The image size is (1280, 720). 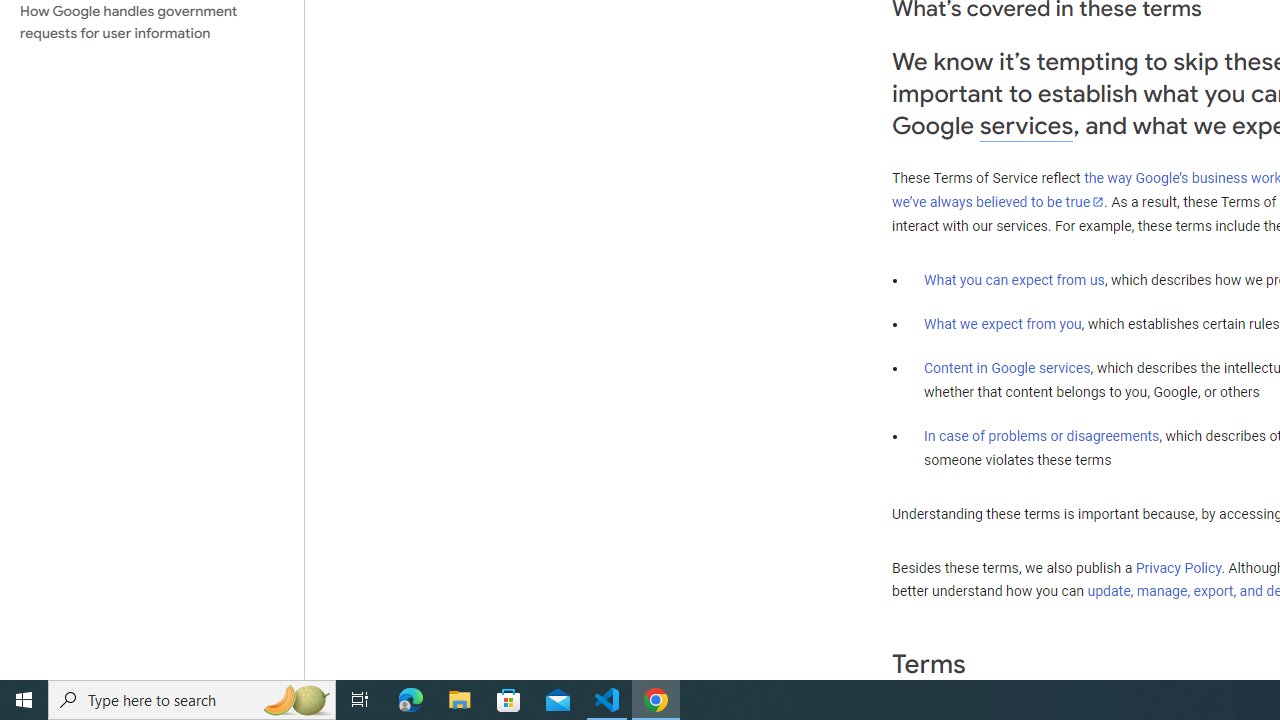 What do you see at coordinates (1178, 567) in the screenshot?
I see `'Privacy Policy'` at bounding box center [1178, 567].